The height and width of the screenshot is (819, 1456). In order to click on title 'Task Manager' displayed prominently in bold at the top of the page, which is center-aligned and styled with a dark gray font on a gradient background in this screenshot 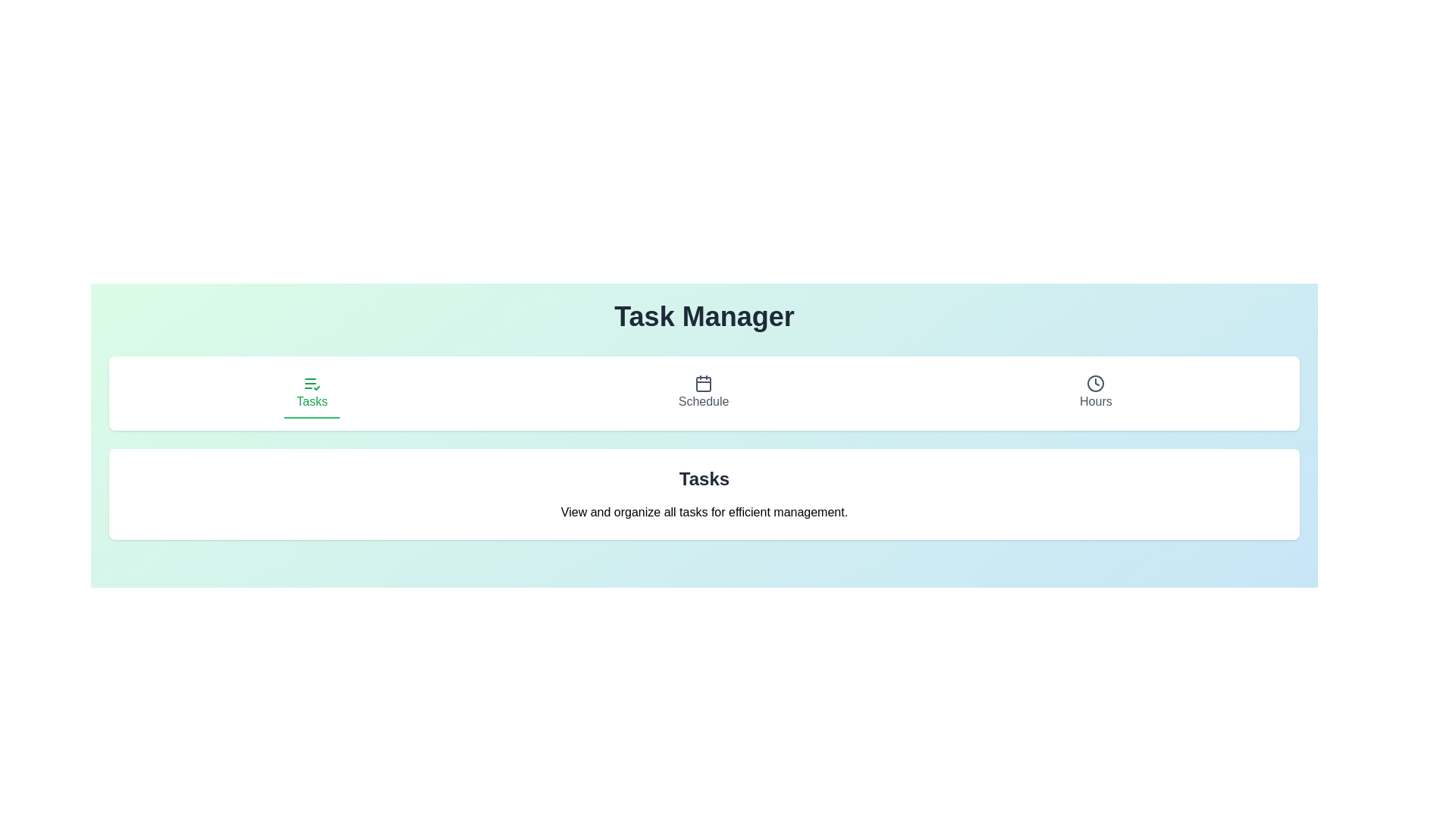, I will do `click(704, 315)`.